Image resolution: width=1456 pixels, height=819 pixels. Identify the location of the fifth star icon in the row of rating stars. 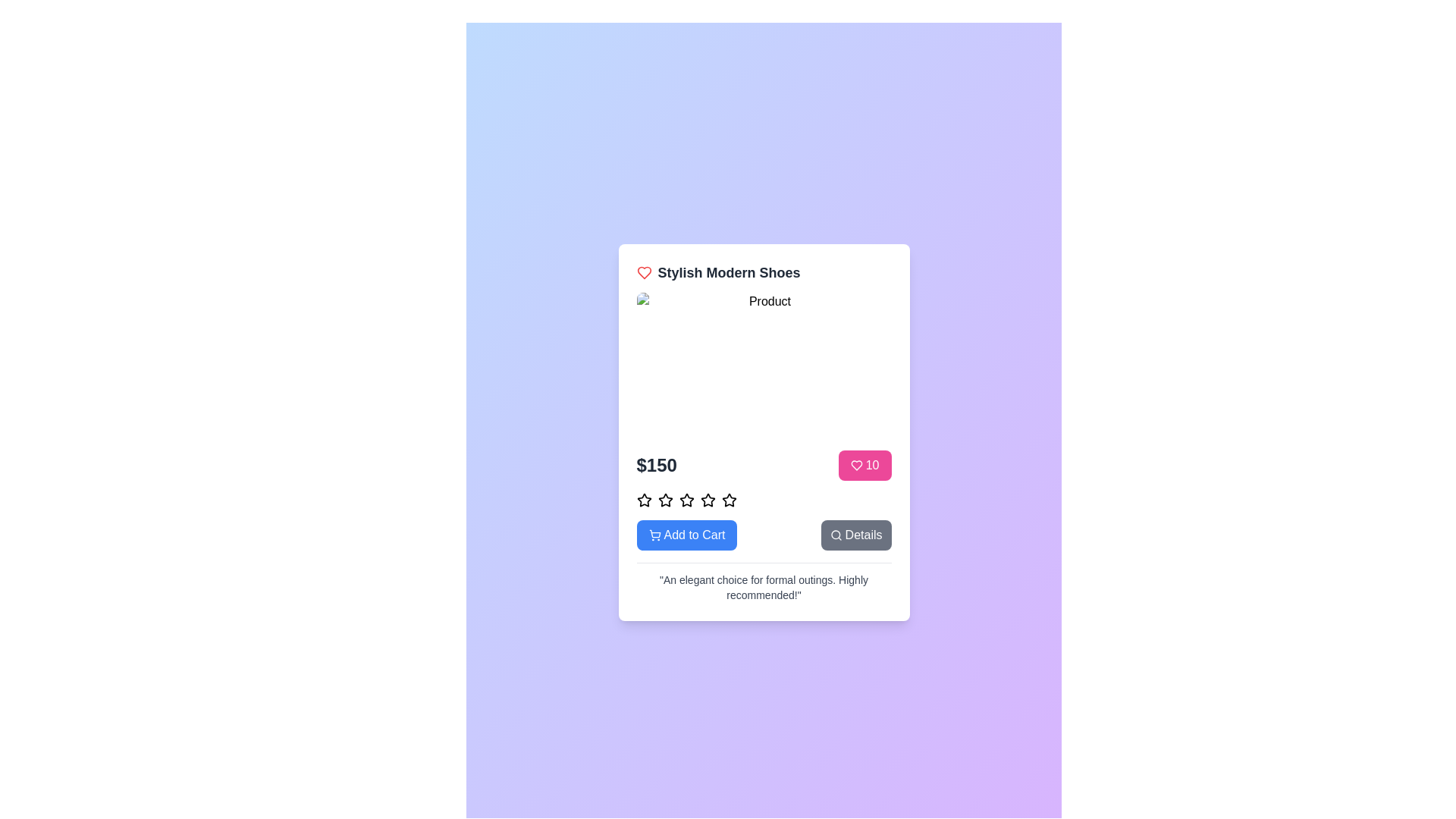
(686, 500).